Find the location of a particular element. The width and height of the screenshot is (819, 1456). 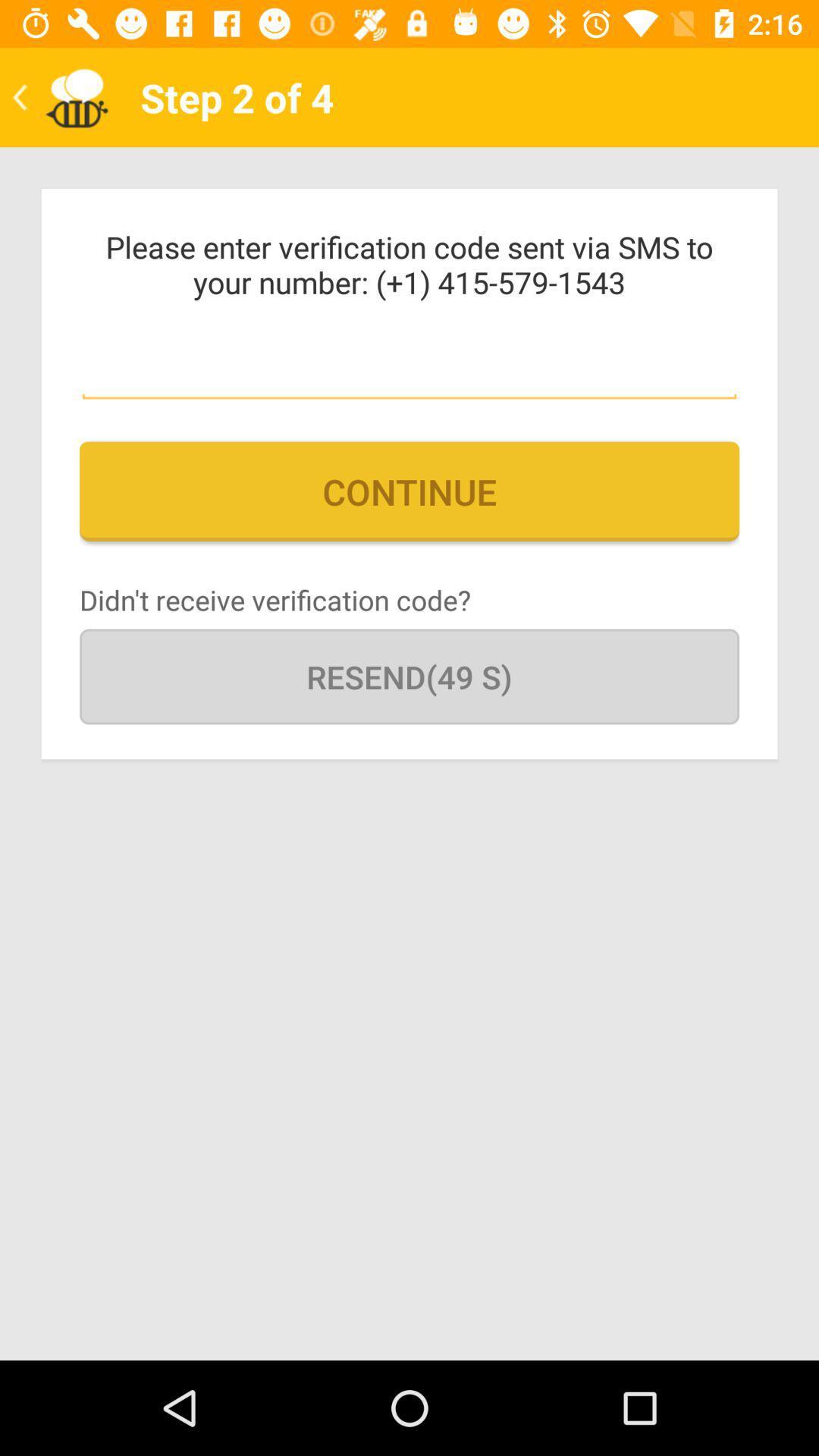

the icon below the didn t receive is located at coordinates (409, 676).